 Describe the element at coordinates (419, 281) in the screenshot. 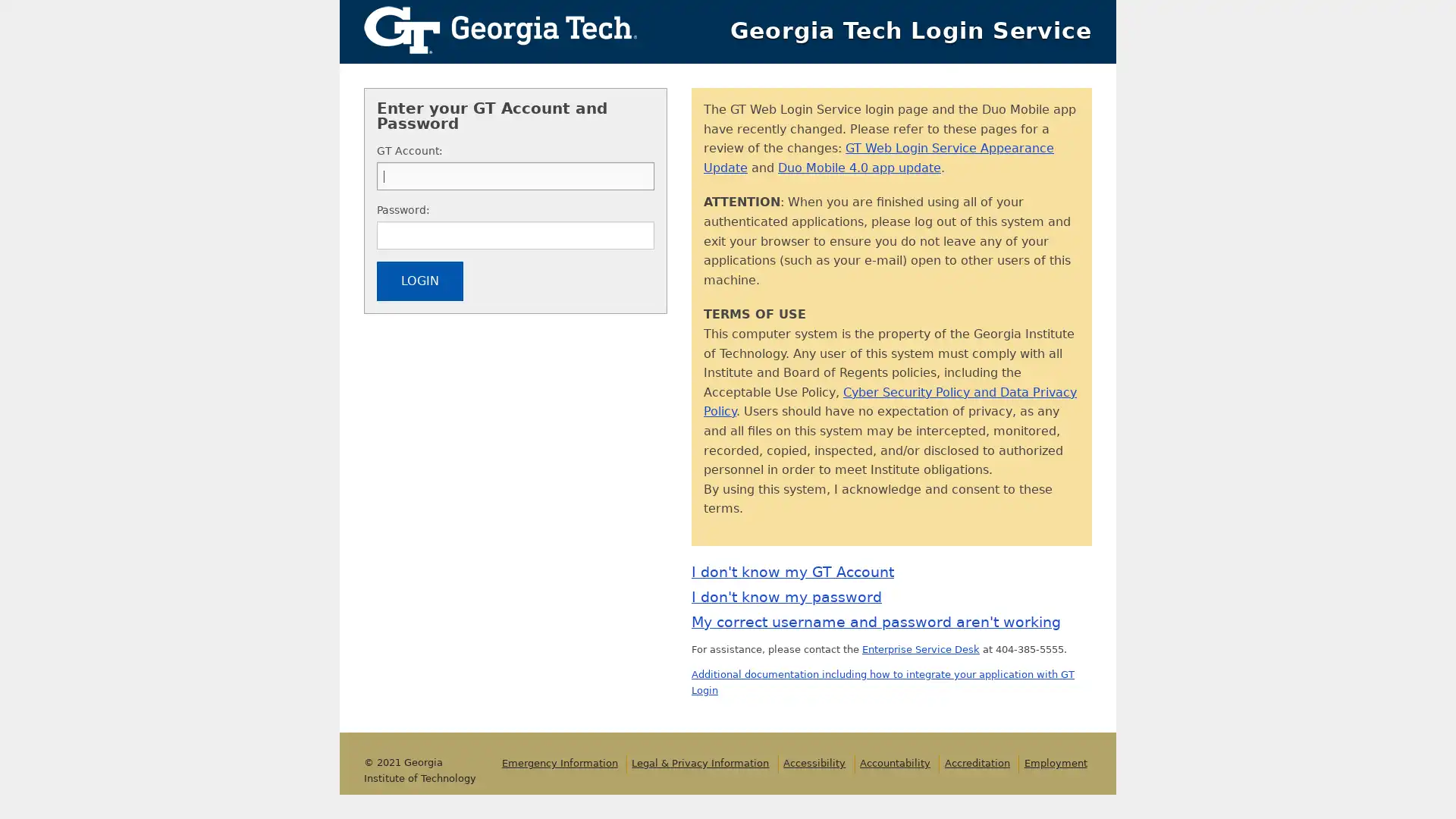

I see `LOGIN` at that location.